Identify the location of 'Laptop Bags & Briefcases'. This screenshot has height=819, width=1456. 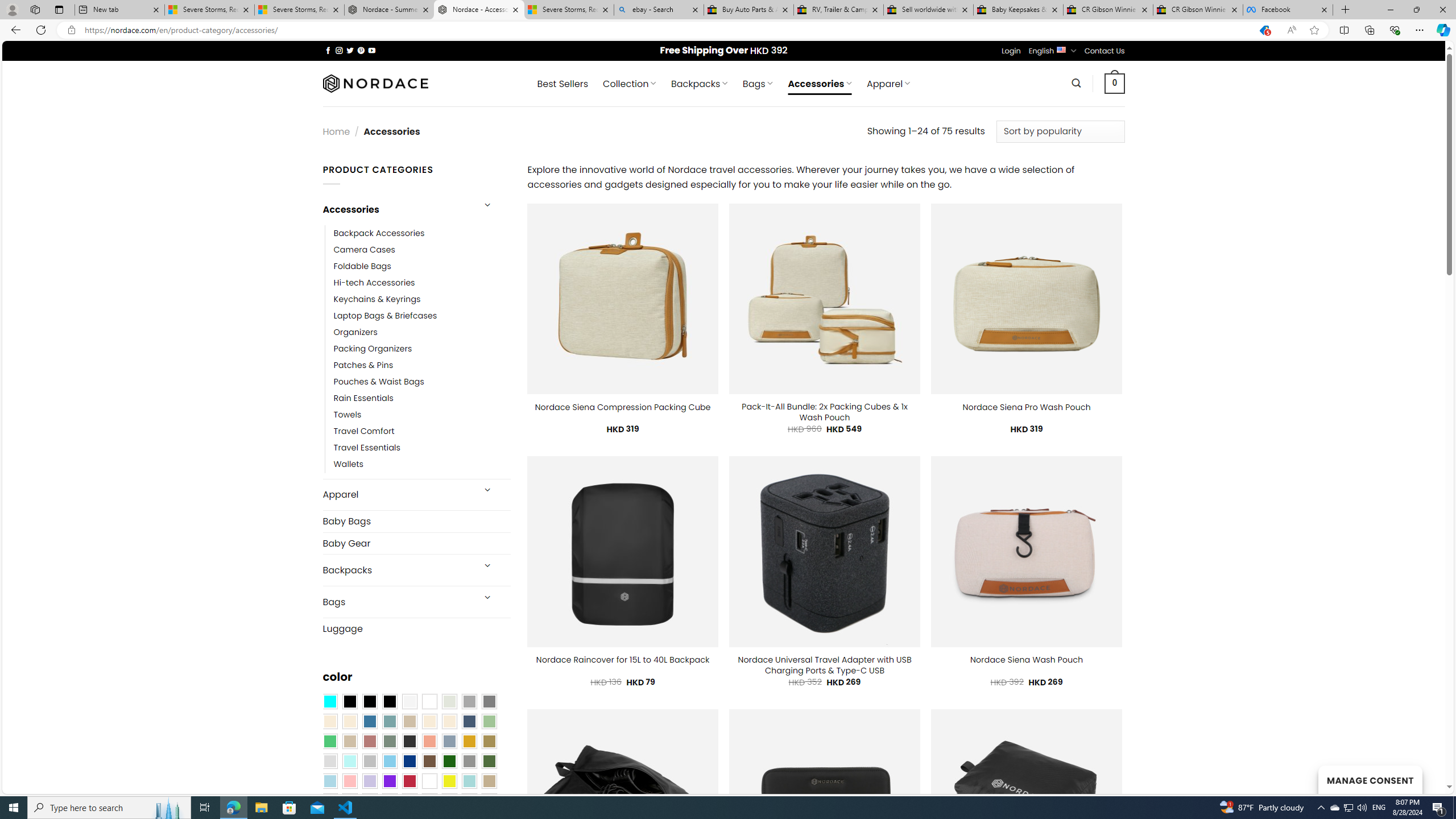
(384, 316).